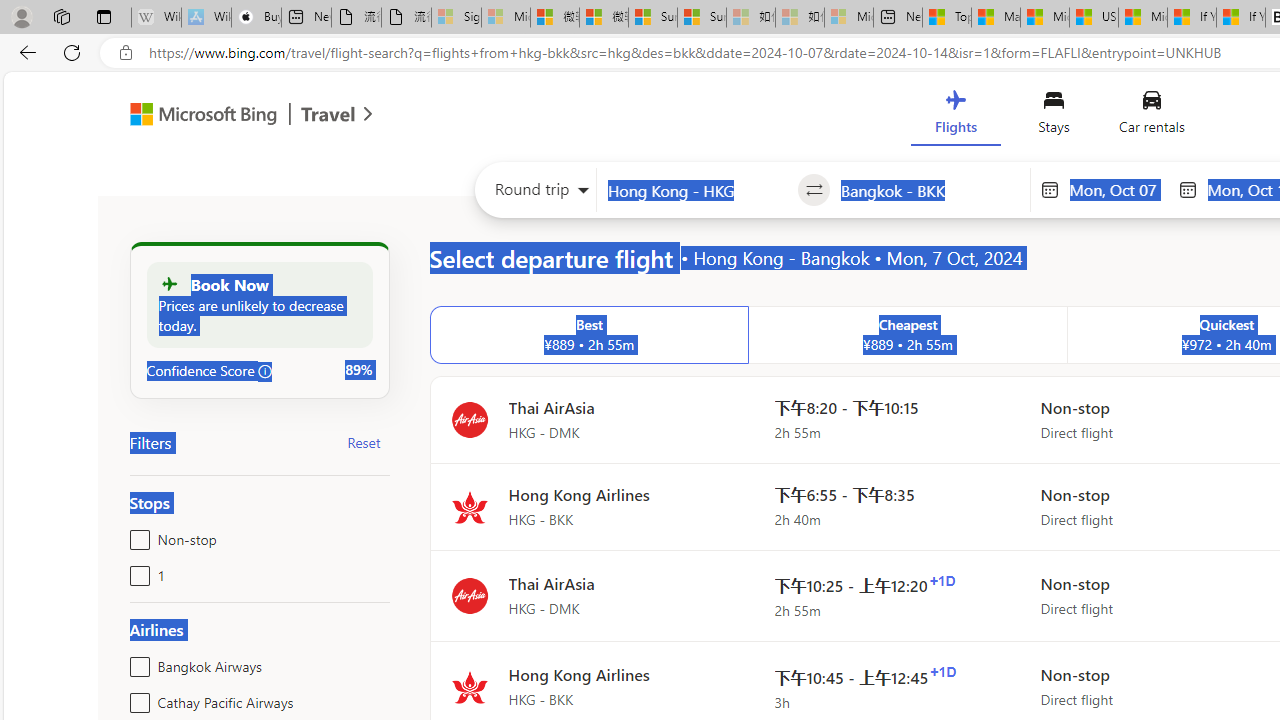 The height and width of the screenshot is (720, 1280). What do you see at coordinates (199, 114) in the screenshot?
I see `'Class: msft-bing-logo msft-bing-logo-desktop'` at bounding box center [199, 114].